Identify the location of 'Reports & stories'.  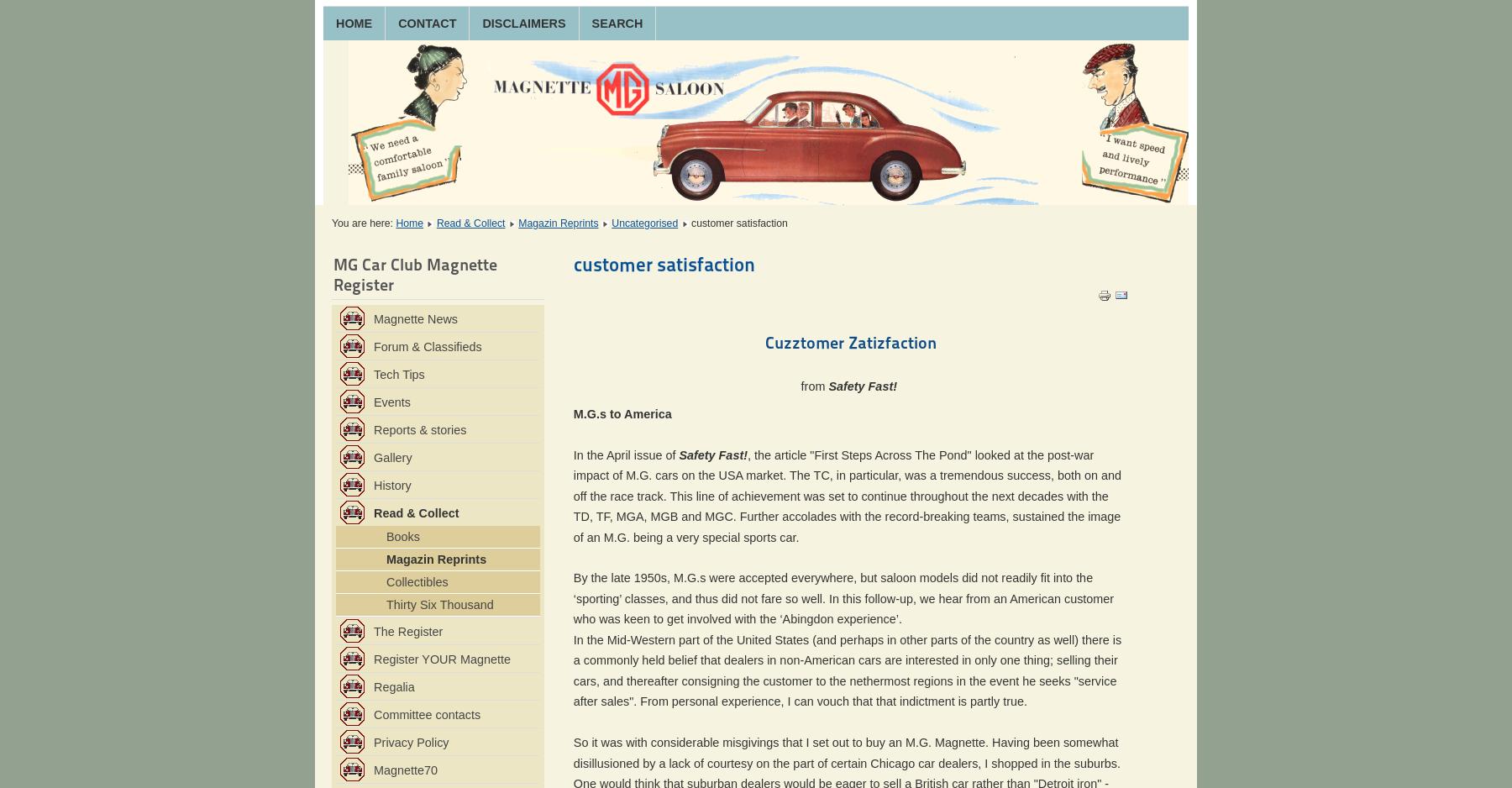
(419, 428).